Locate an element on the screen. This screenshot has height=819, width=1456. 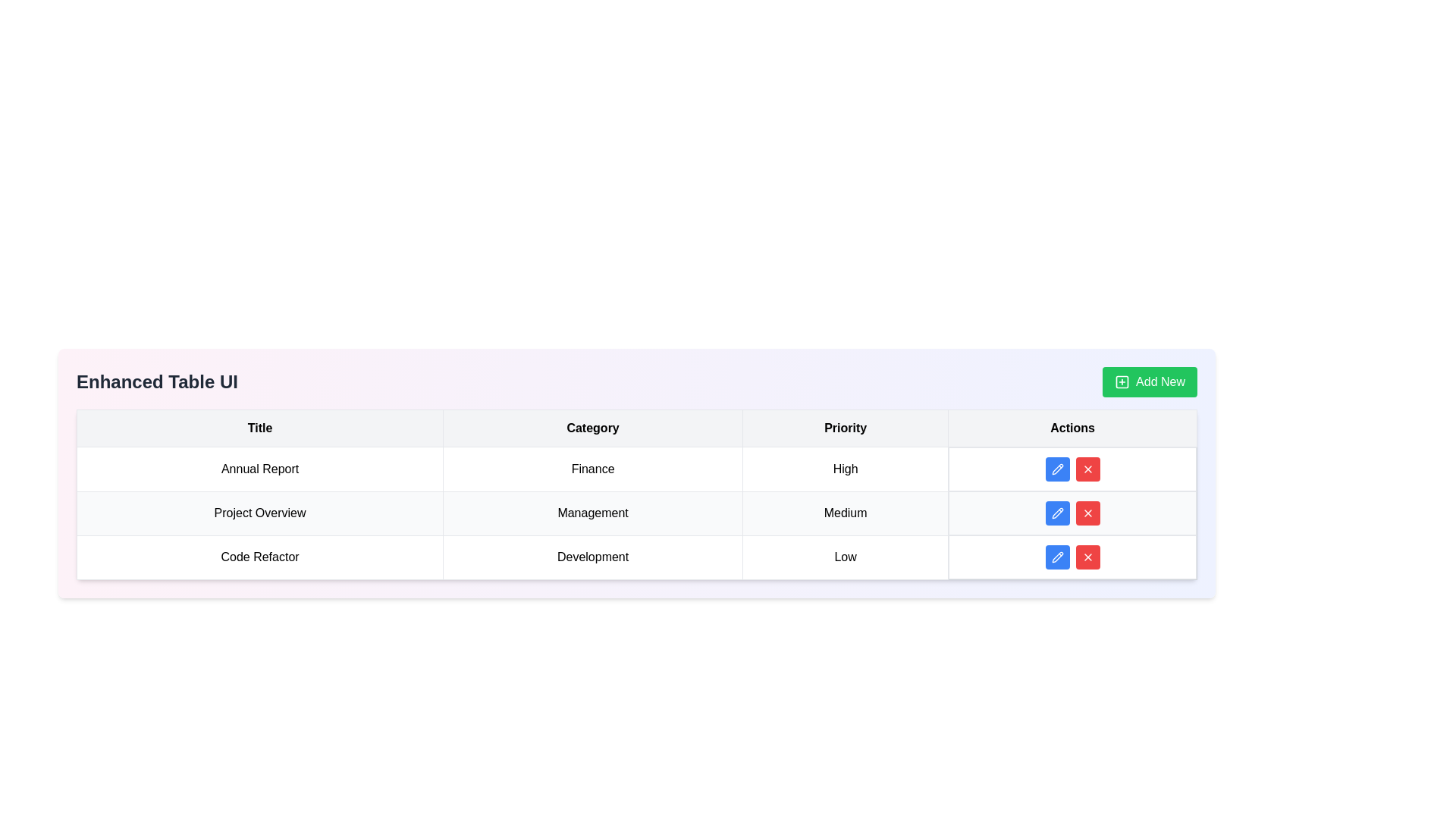
the second row in the table containing 'Project Overview', 'Management', and 'Medium' is located at coordinates (637, 513).